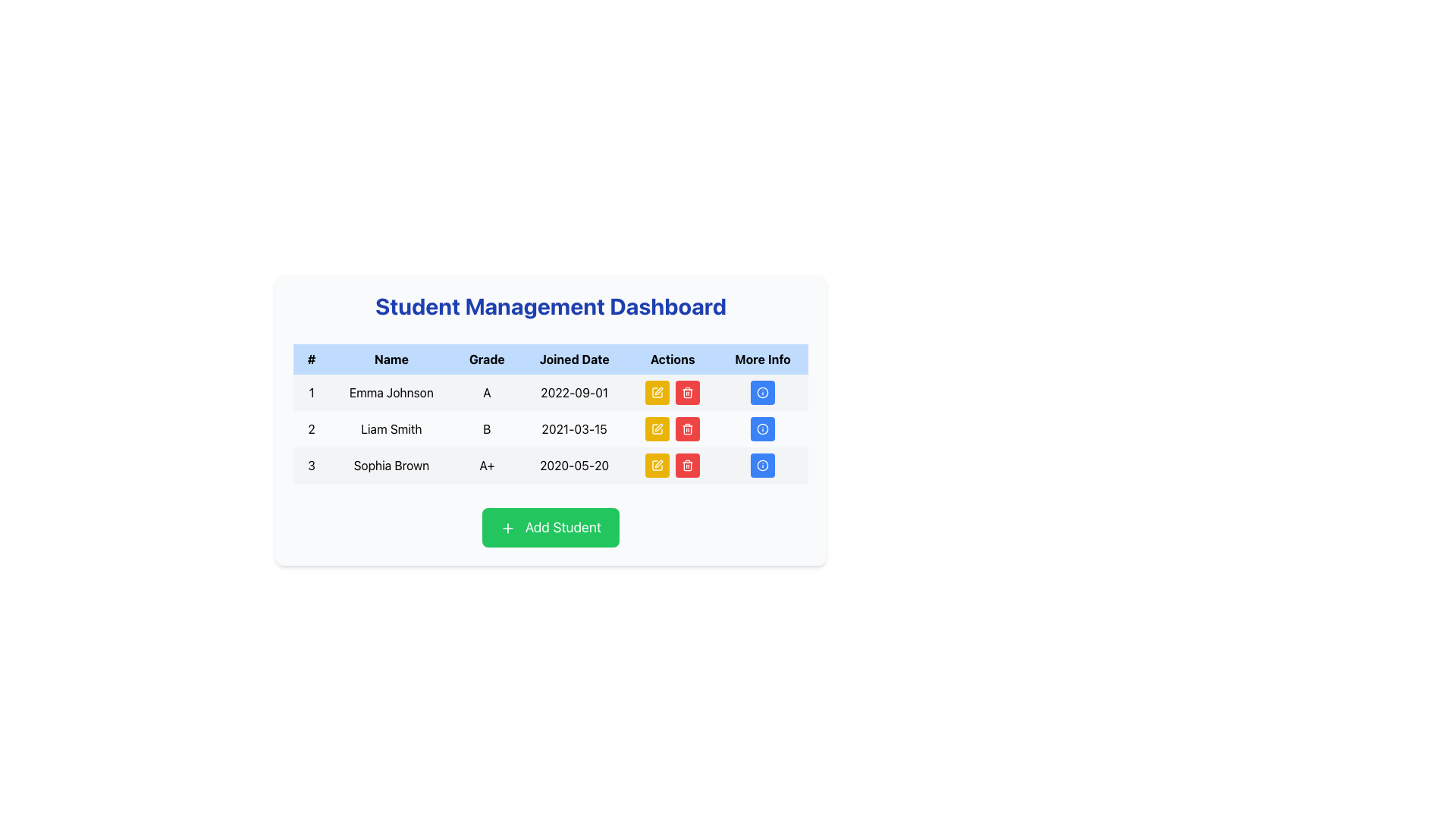 Image resolution: width=1456 pixels, height=819 pixels. I want to click on the pen icon button with a bright yellow background, located in the 'Actions' column of the second row, so click(657, 429).